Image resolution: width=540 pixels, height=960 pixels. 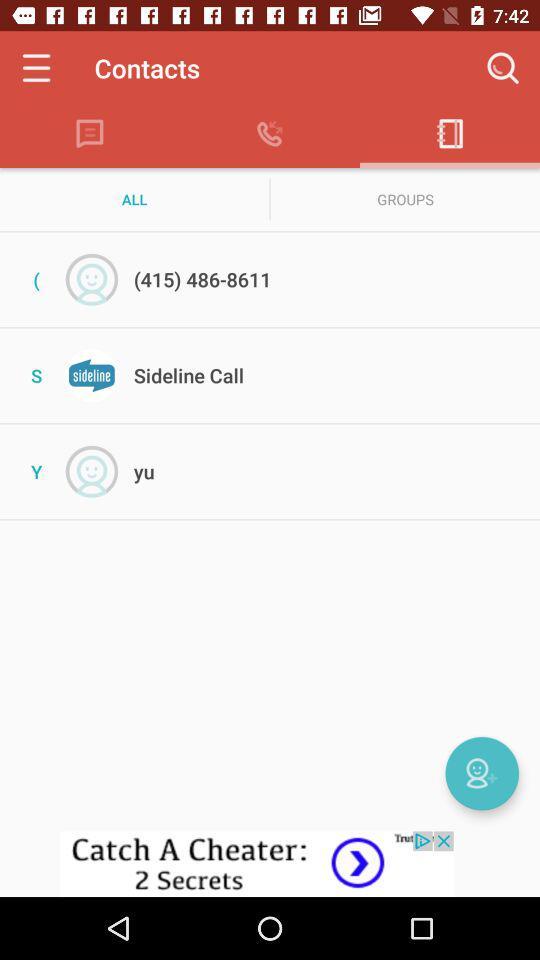 What do you see at coordinates (270, 863) in the screenshot?
I see `the advertisement` at bounding box center [270, 863].